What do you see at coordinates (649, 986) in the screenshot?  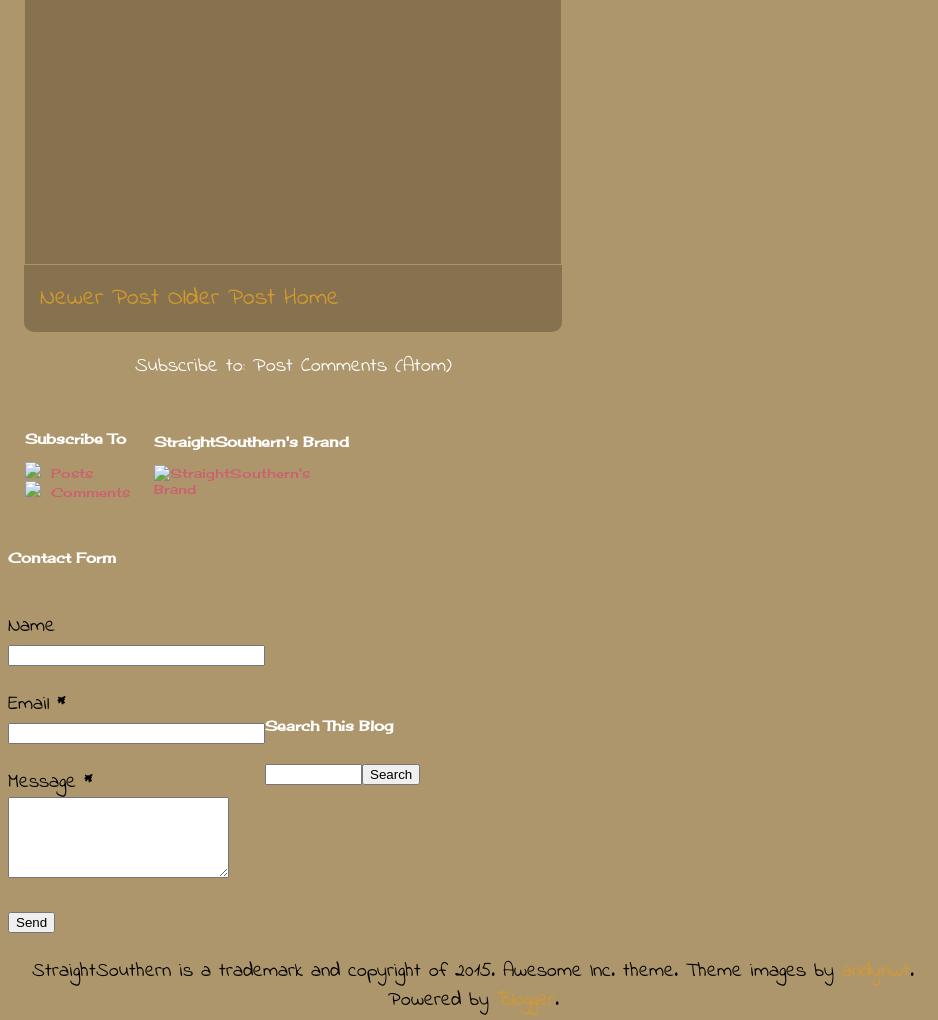 I see `'. Powered by'` at bounding box center [649, 986].